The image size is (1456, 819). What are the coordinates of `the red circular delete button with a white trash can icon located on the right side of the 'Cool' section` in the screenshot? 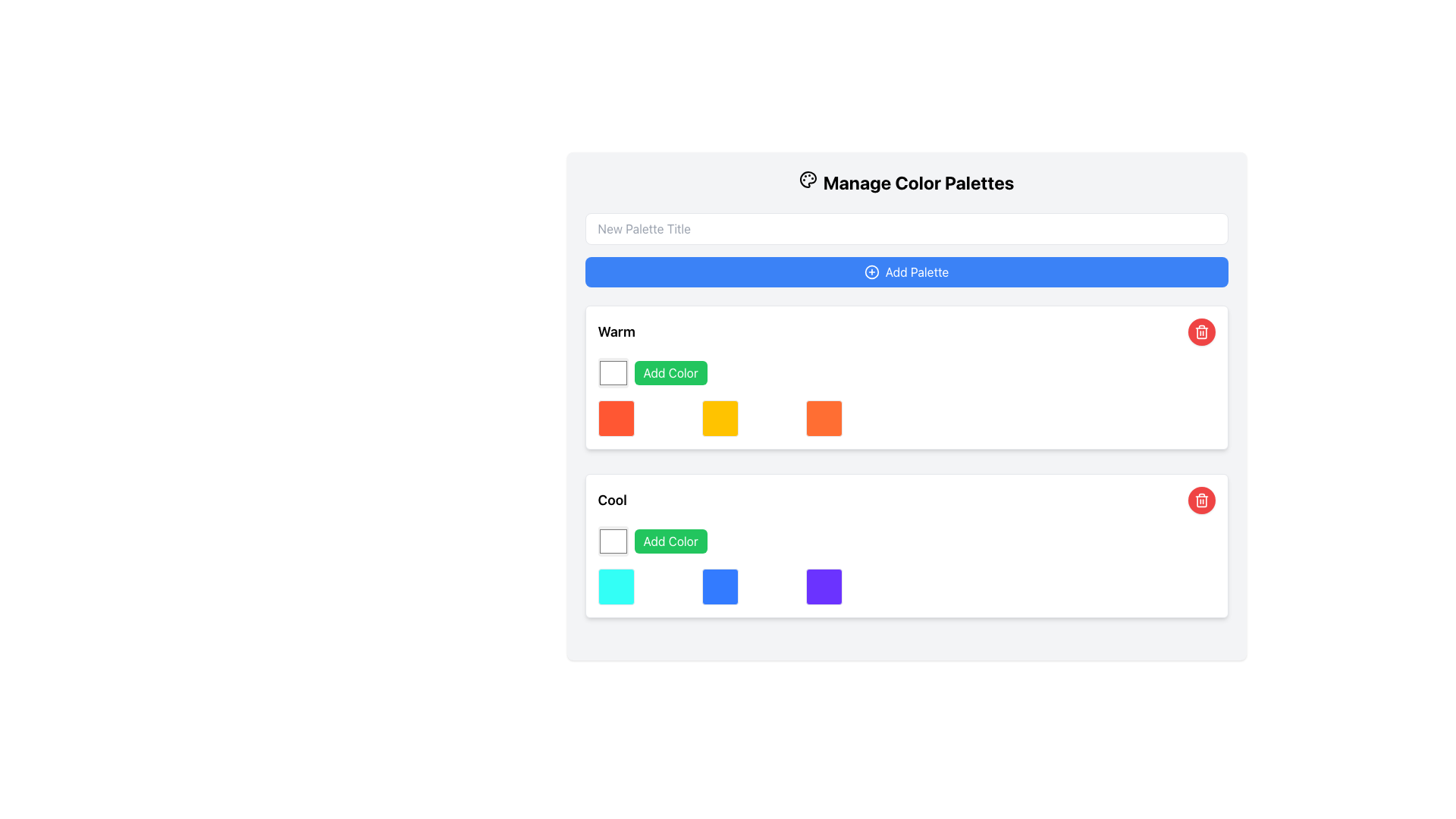 It's located at (1200, 500).